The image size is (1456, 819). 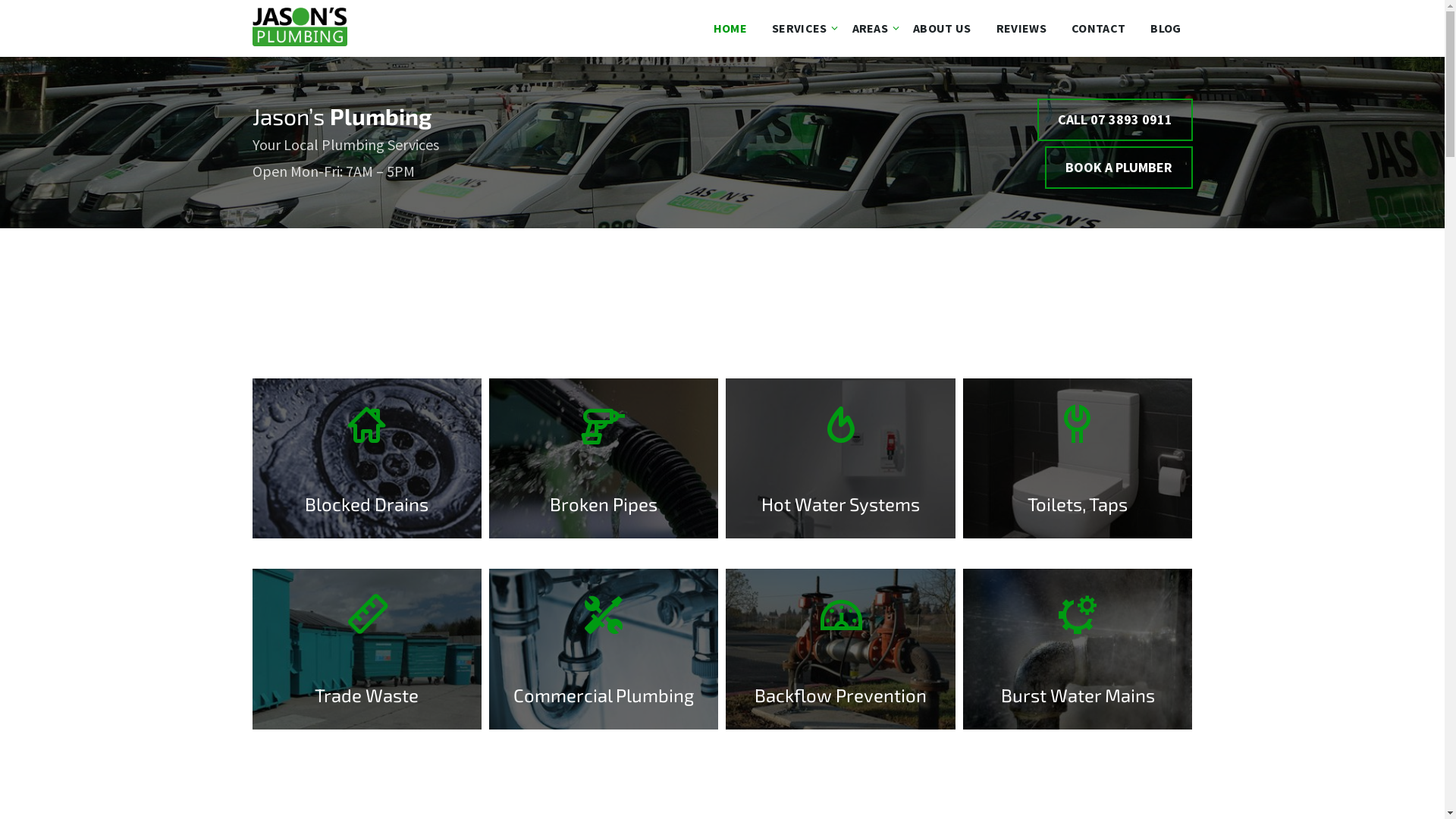 What do you see at coordinates (902, 28) in the screenshot?
I see `'ABOUT US'` at bounding box center [902, 28].